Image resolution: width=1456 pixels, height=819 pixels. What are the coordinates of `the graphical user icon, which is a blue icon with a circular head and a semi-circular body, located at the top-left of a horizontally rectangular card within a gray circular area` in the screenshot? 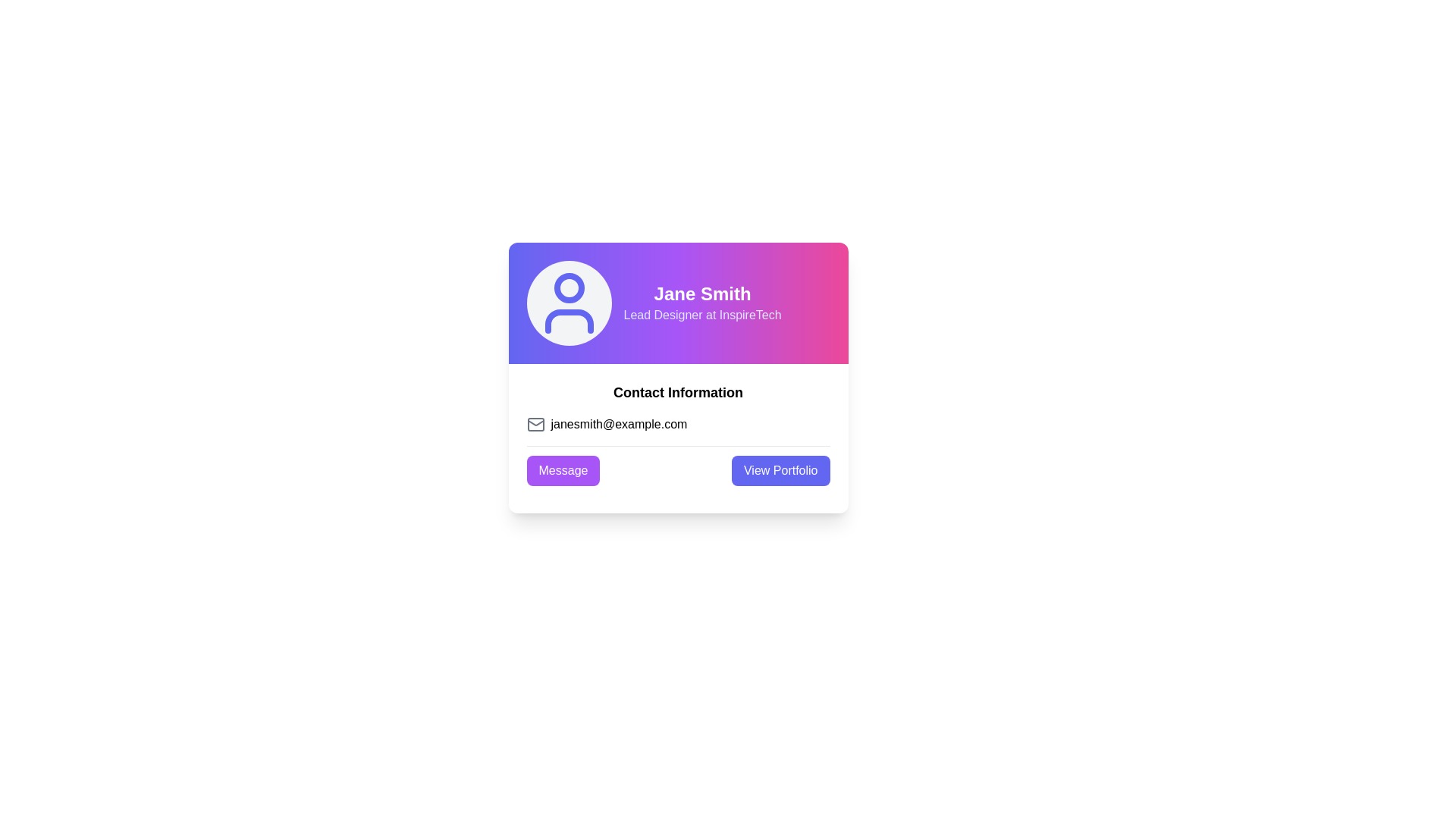 It's located at (568, 303).